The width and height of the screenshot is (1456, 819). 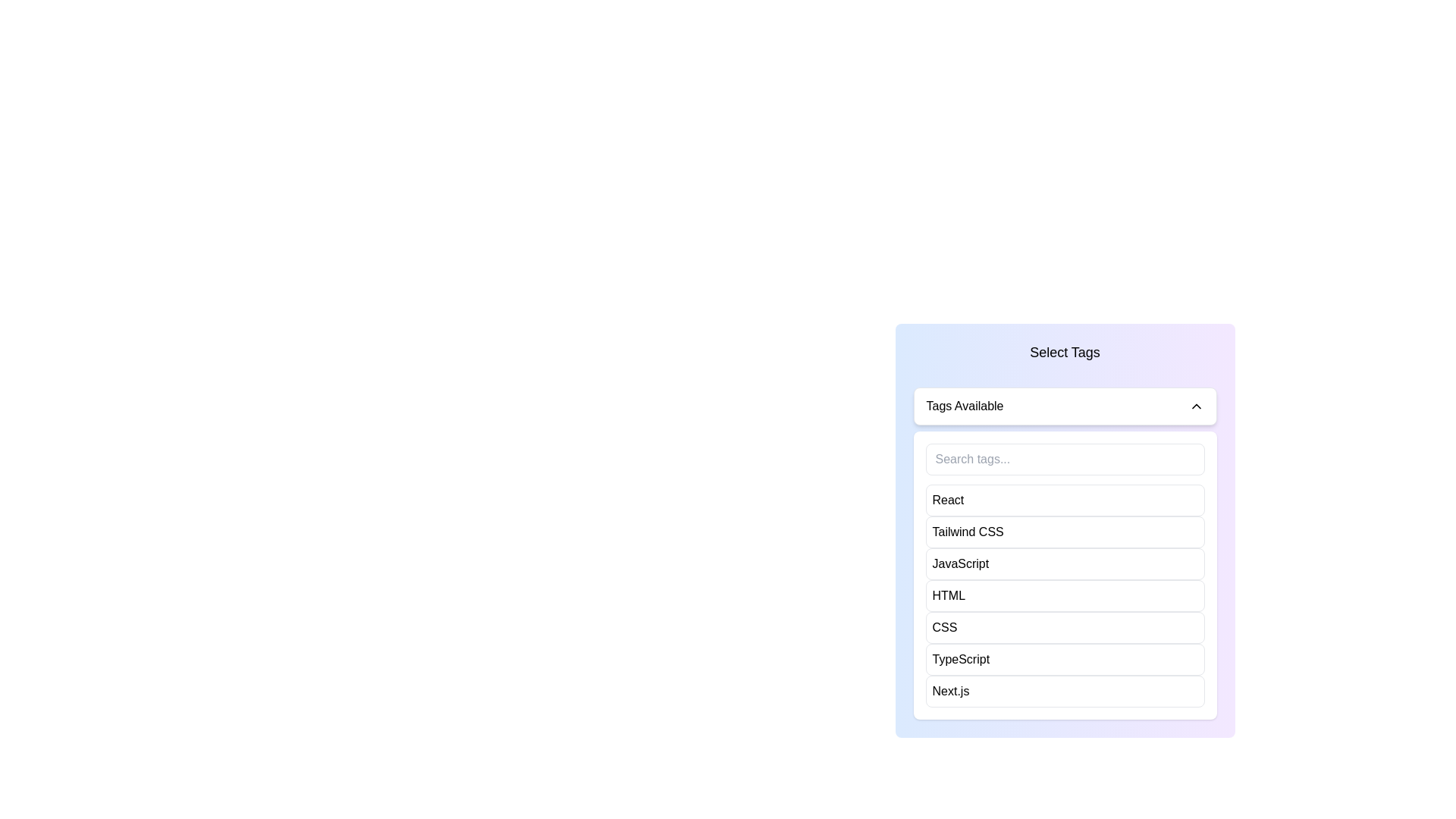 I want to click on the text label 'TypeScript' which is the sixth item in a vertically aligned list of selectable tags located in a dropdown menu under 'Select Tags', so click(x=960, y=659).